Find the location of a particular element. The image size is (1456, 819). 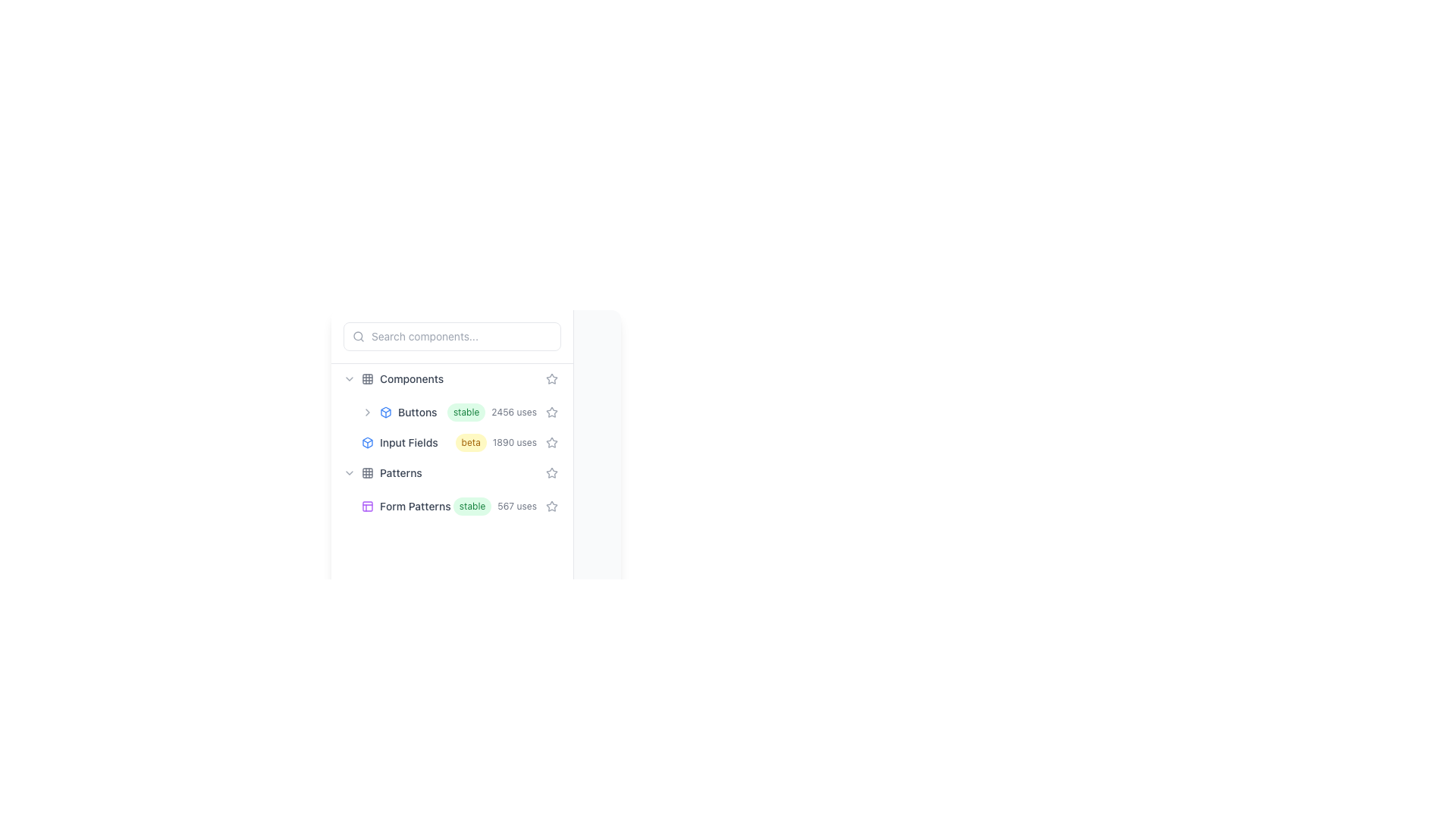

the 'Patterns' text label, which is the third item in the 'Components' section of the navigation list is located at coordinates (400, 472).